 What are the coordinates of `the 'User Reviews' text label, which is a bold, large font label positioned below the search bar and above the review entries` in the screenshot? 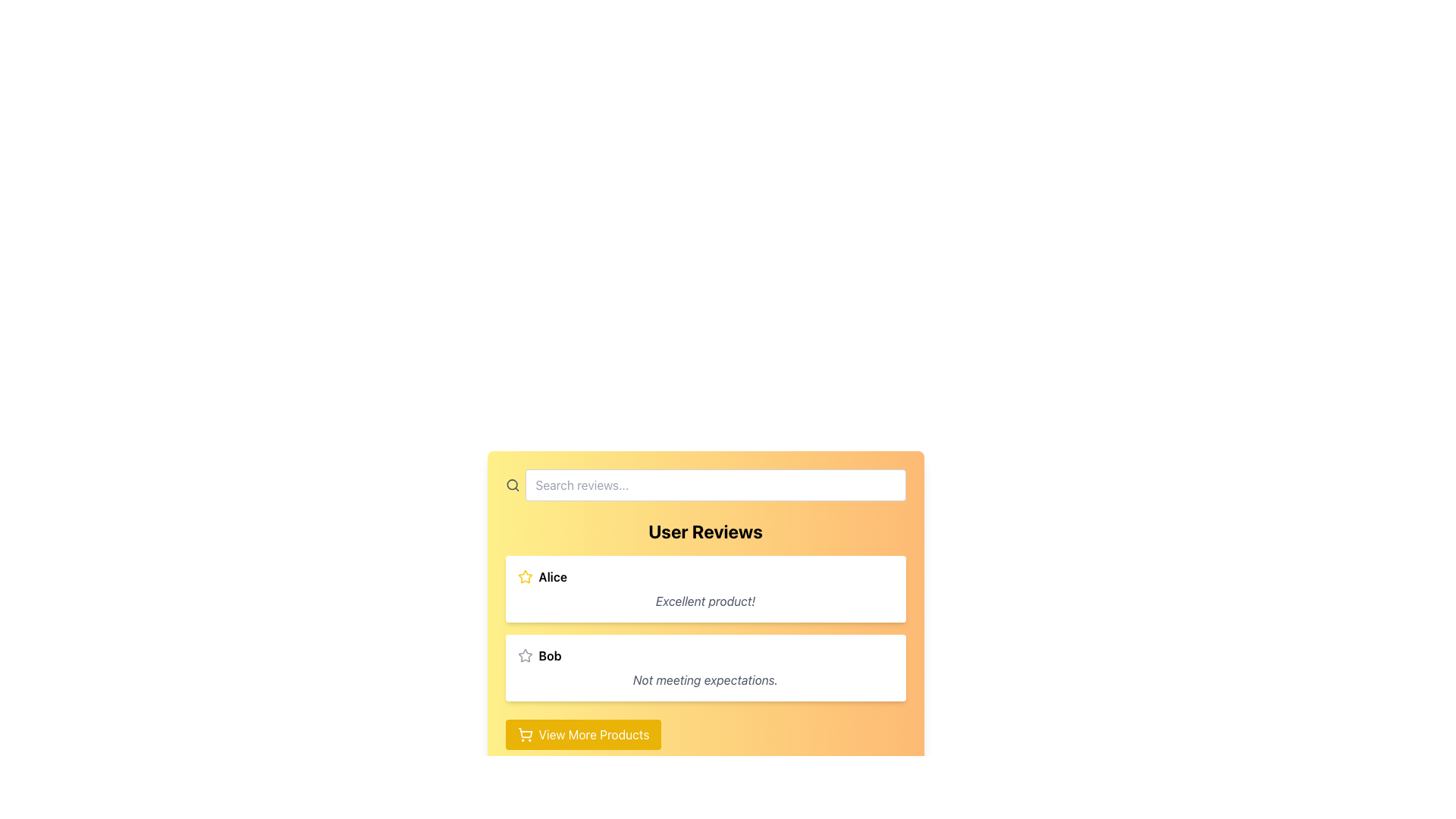 It's located at (704, 531).